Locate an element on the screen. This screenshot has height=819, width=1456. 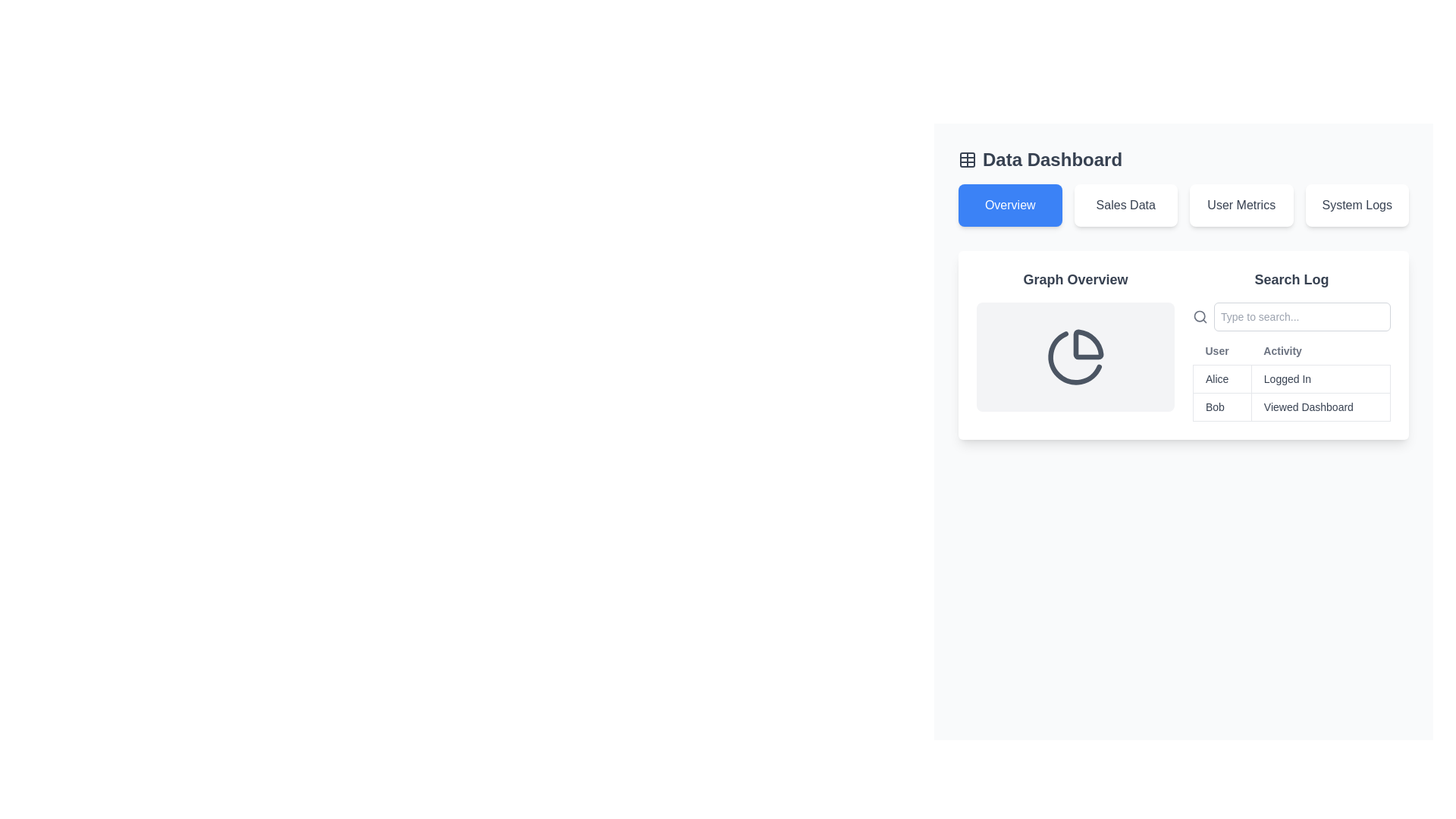
a cell within the 'Search Log' table is located at coordinates (1291, 362).